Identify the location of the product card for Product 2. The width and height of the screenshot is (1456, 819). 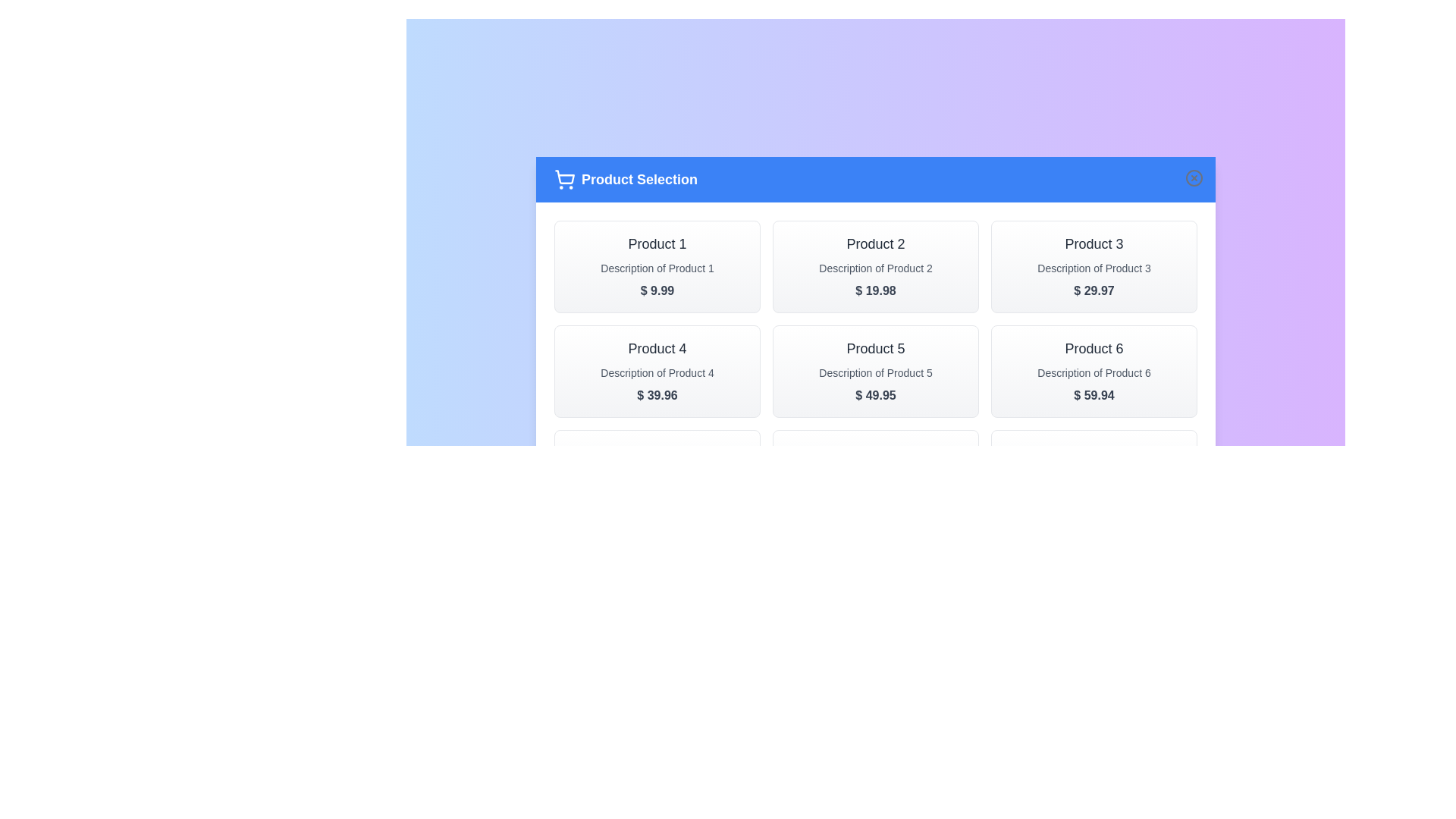
(876, 265).